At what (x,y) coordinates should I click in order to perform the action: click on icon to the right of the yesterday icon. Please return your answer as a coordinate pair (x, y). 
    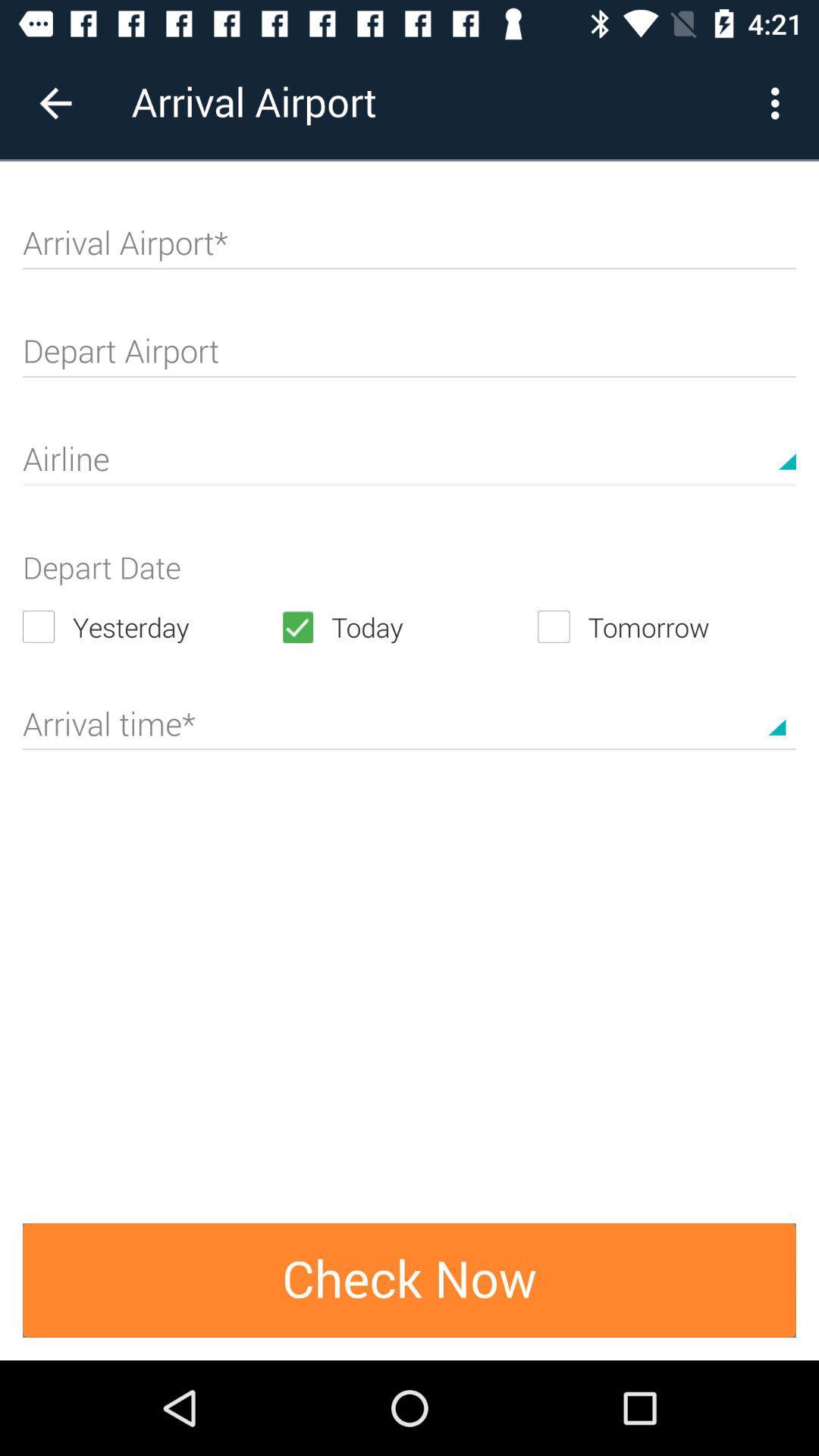
    Looking at the image, I should click on (408, 626).